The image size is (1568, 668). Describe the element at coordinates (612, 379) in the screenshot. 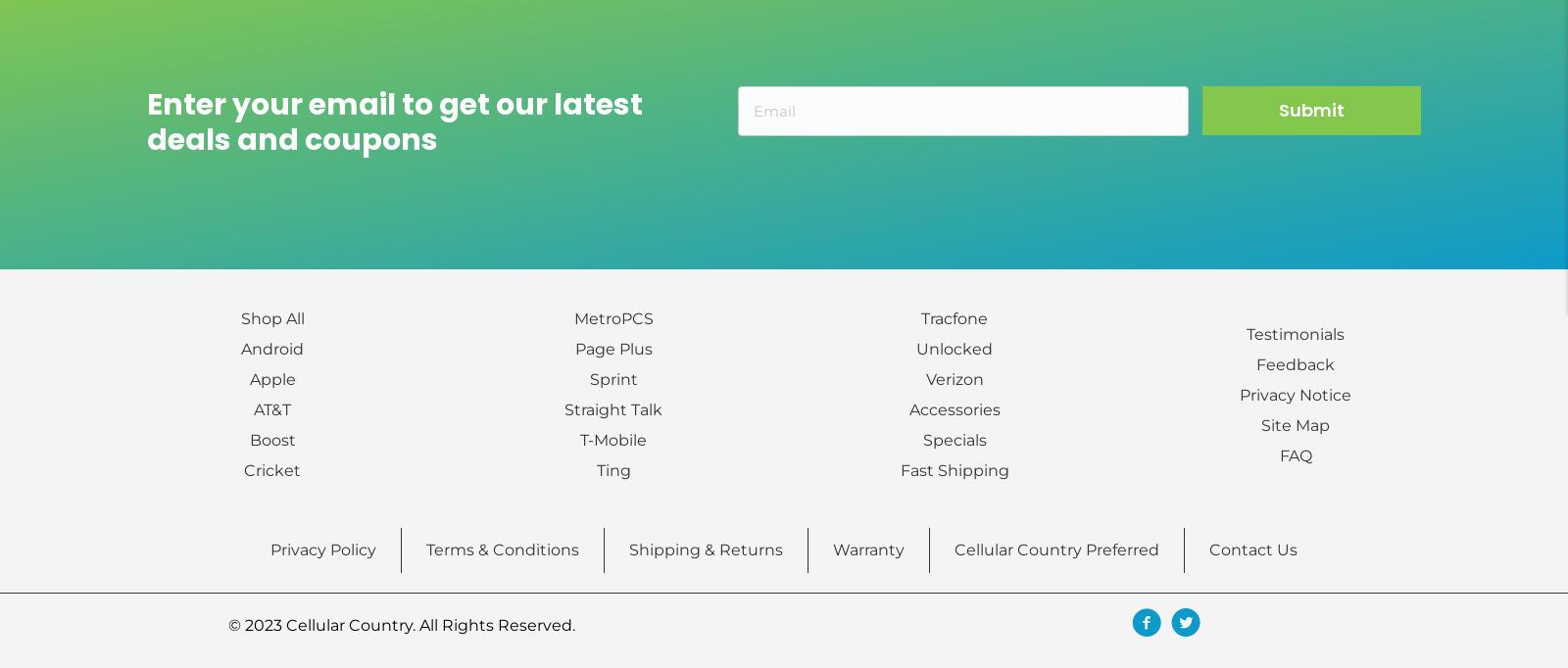

I see `'Sprint'` at that location.